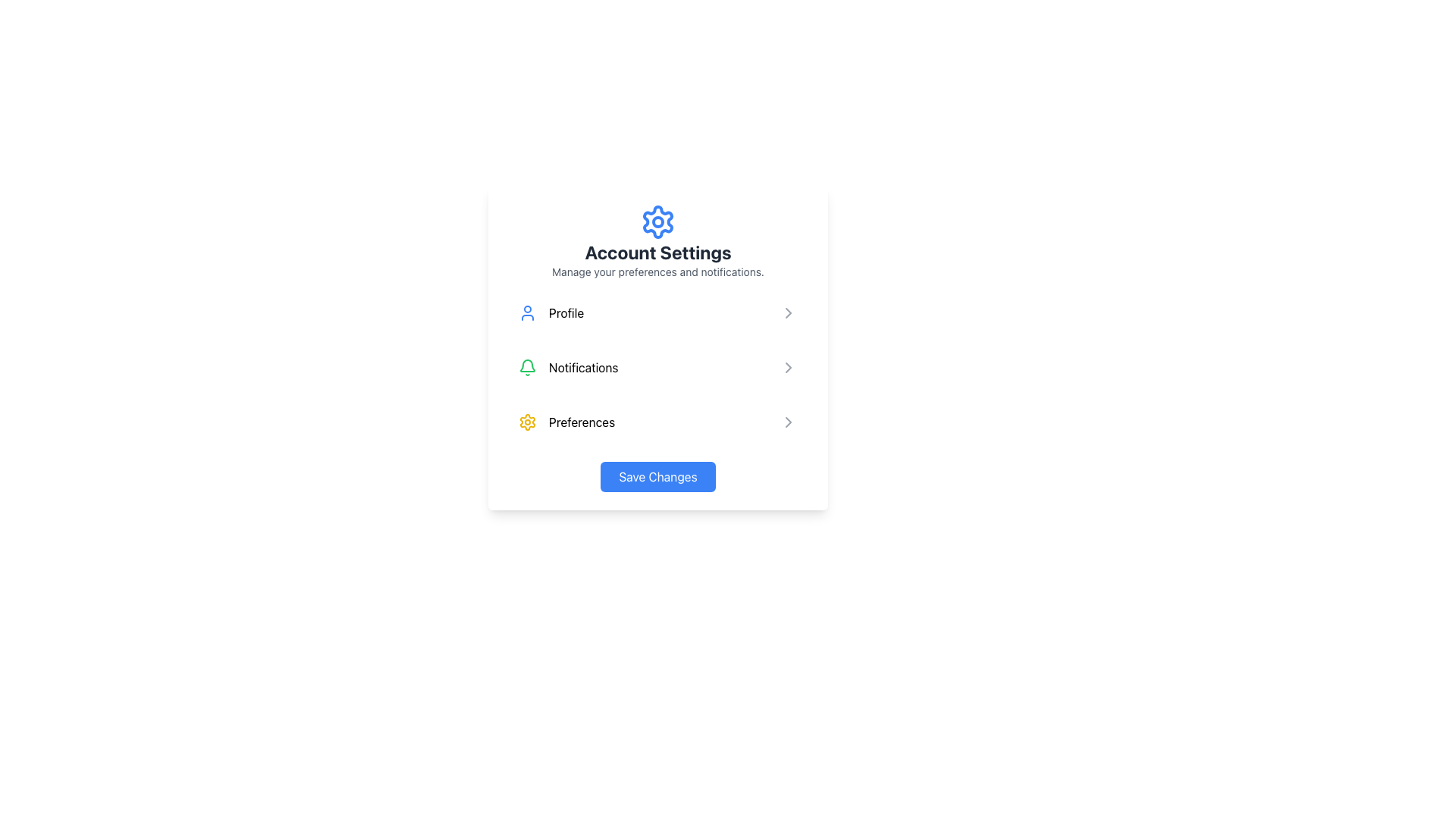 This screenshot has width=1456, height=819. I want to click on the central circle of the gear-shaped graphic located above the 'Account Settings' header, so click(658, 222).